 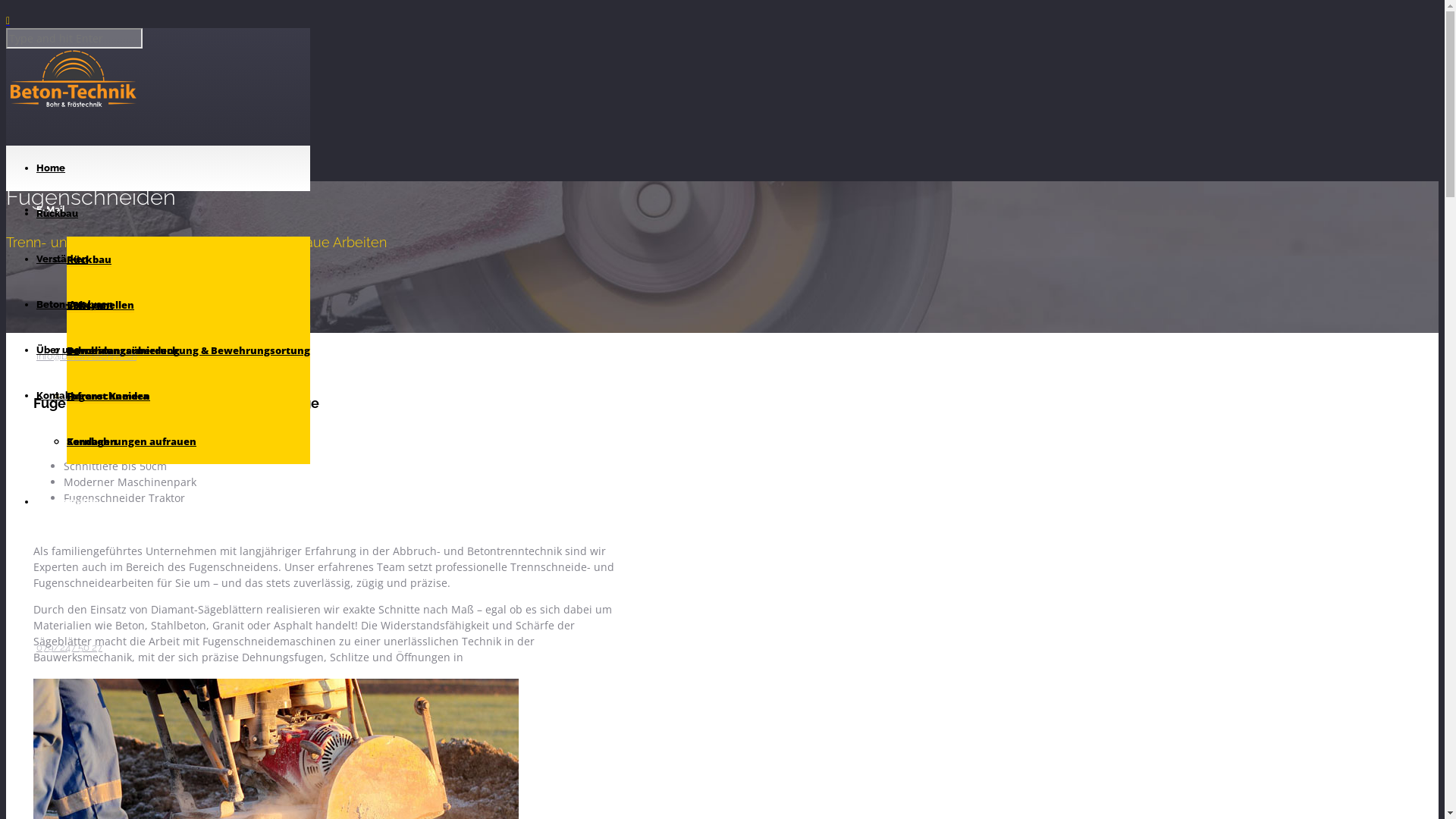 I want to click on 'Beton-Analysen', so click(x=74, y=304).